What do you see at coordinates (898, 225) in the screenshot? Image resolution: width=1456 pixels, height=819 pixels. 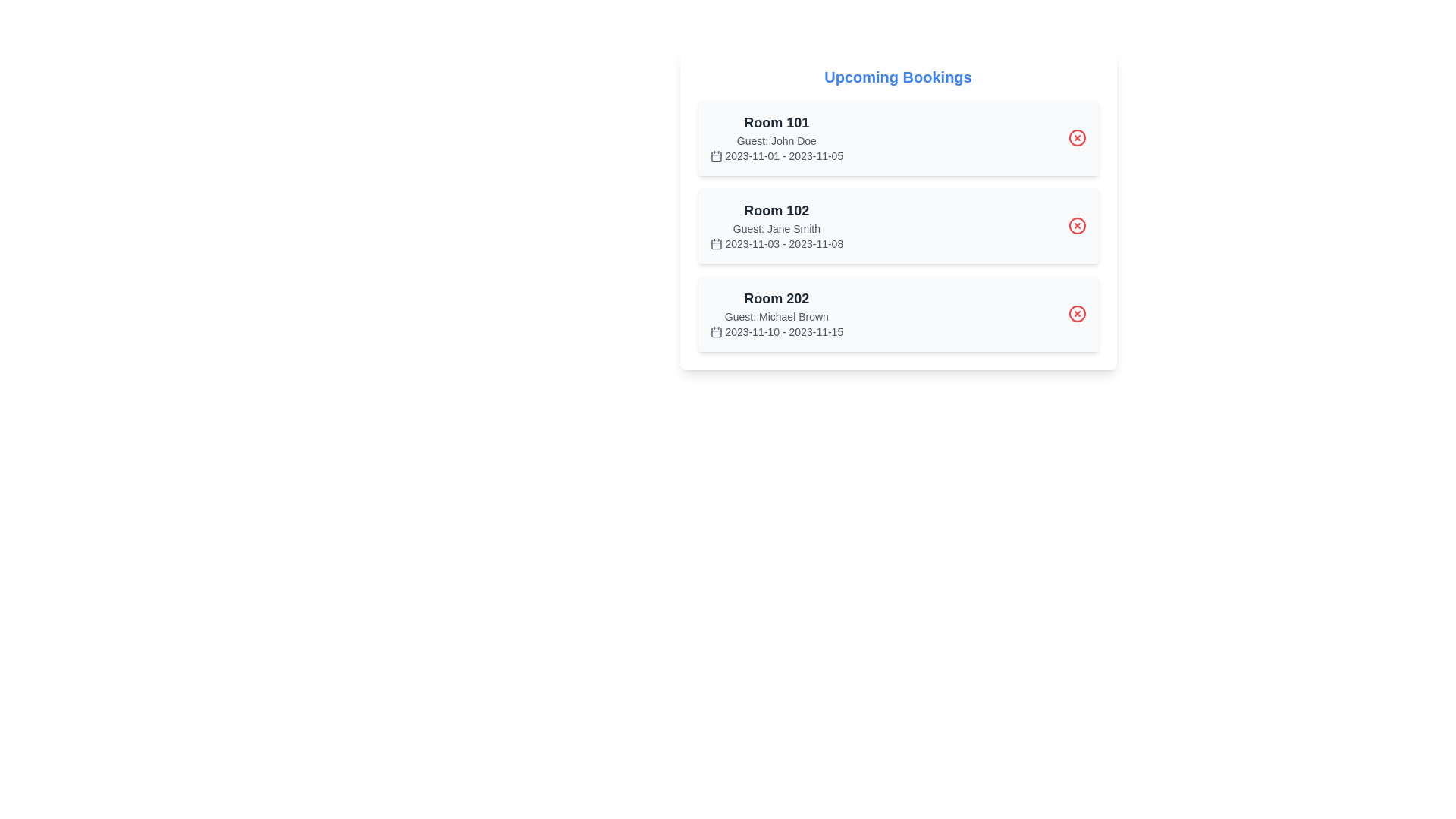 I see `the second item in the list of booking details, which represents 'Room 102'` at bounding box center [898, 225].